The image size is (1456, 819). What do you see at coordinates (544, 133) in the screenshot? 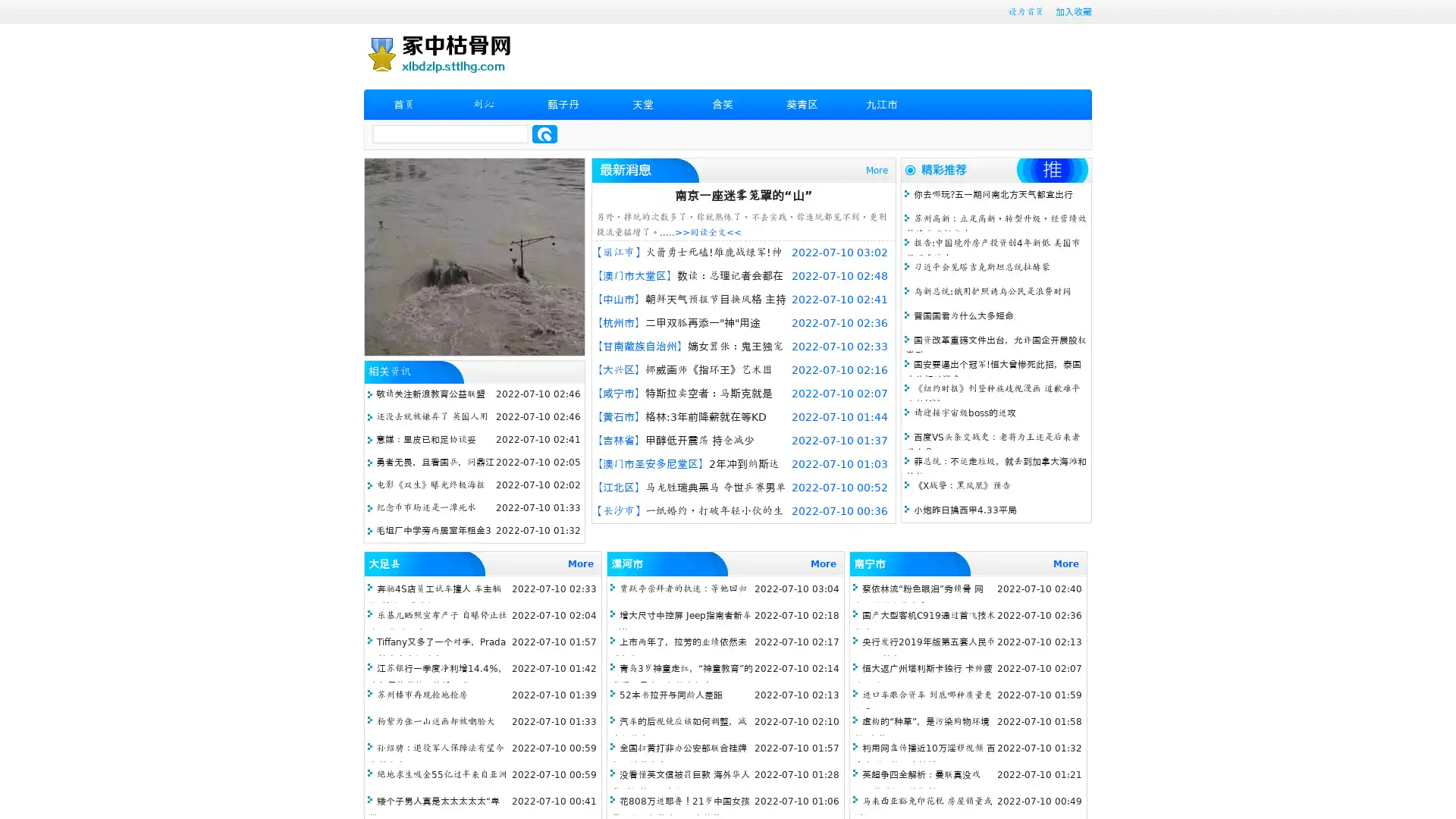
I see `Search` at bounding box center [544, 133].